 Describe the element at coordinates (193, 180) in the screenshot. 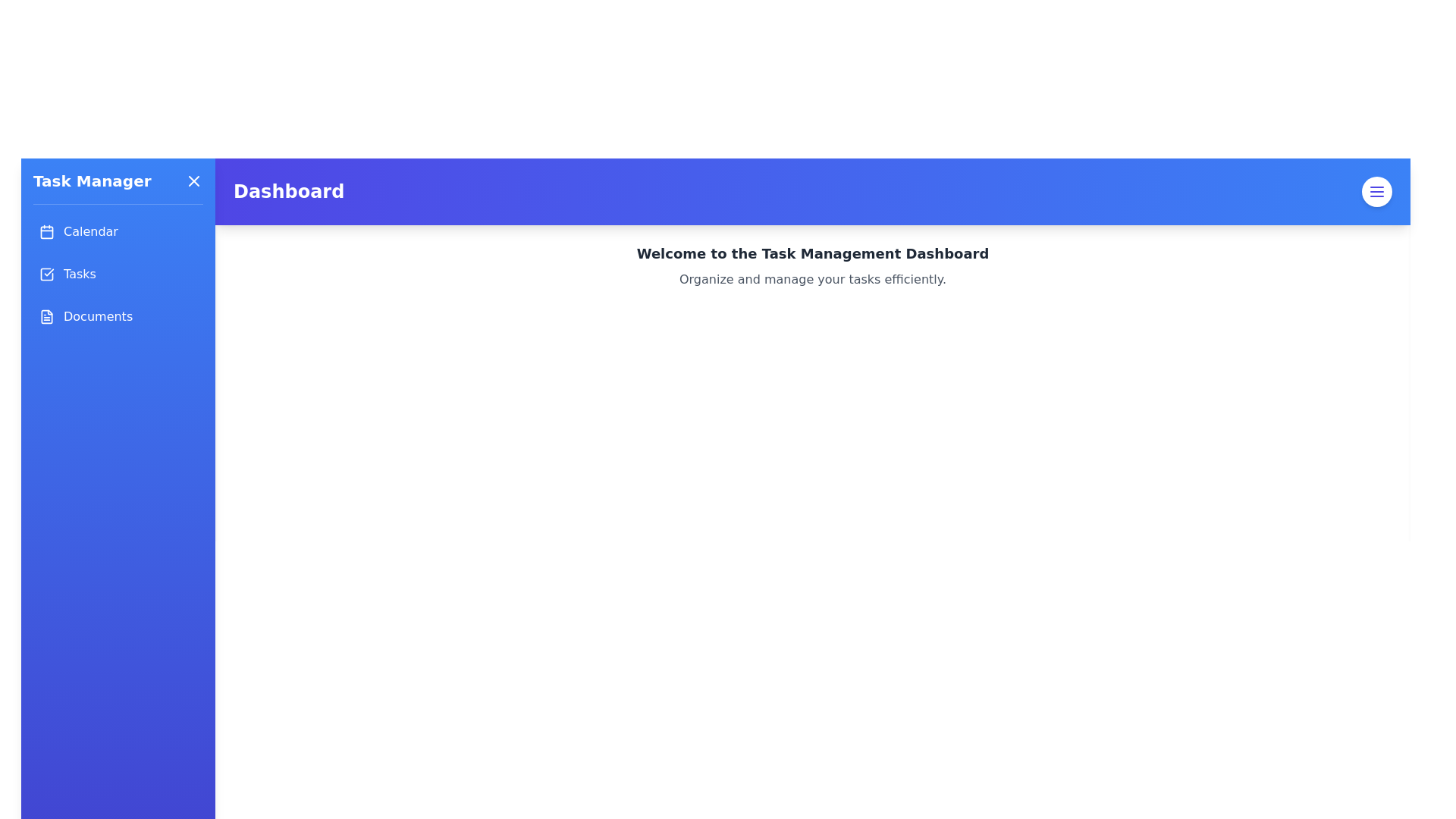

I see `the button located in the top-right corner of the 'Task Manager' header section` at that location.